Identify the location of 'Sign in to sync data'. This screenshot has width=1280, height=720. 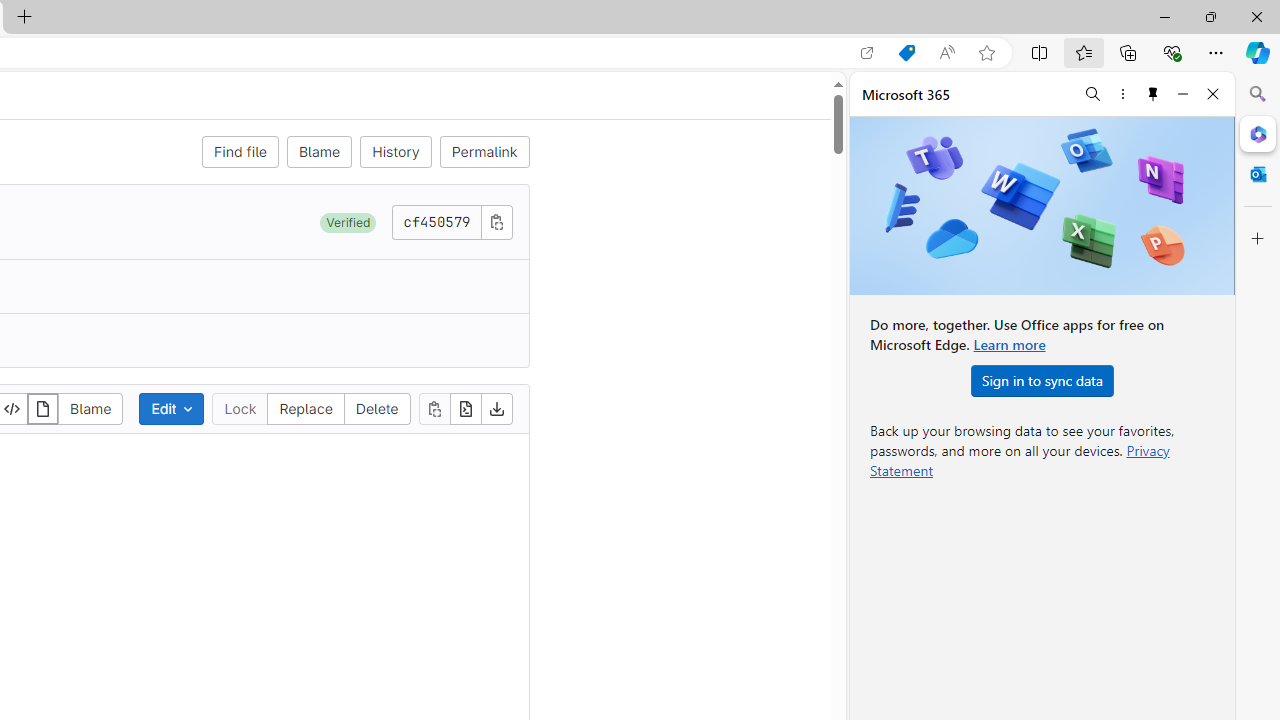
(1041, 380).